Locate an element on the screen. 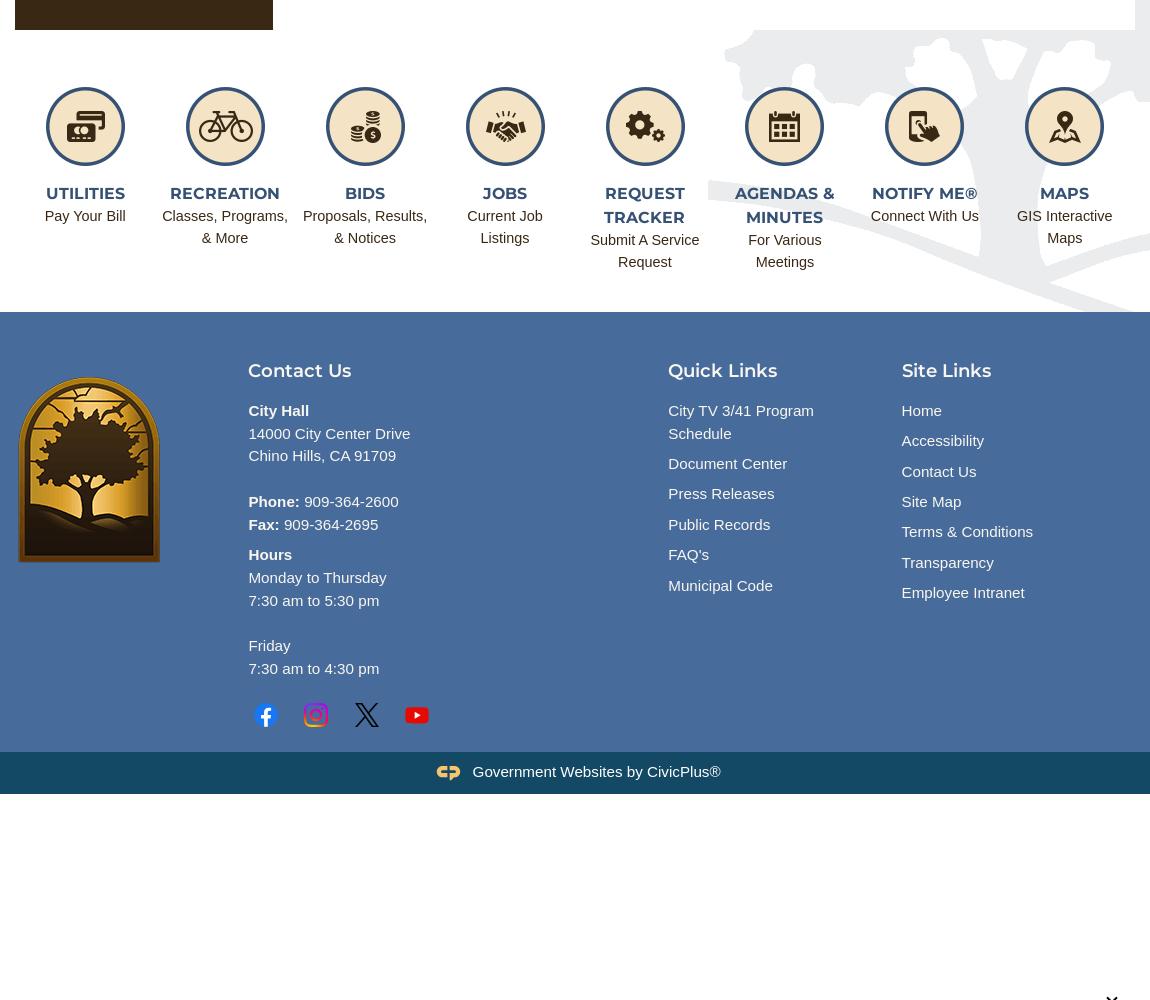 The image size is (1150, 1000). 'Phone:' is located at coordinates (272, 501).